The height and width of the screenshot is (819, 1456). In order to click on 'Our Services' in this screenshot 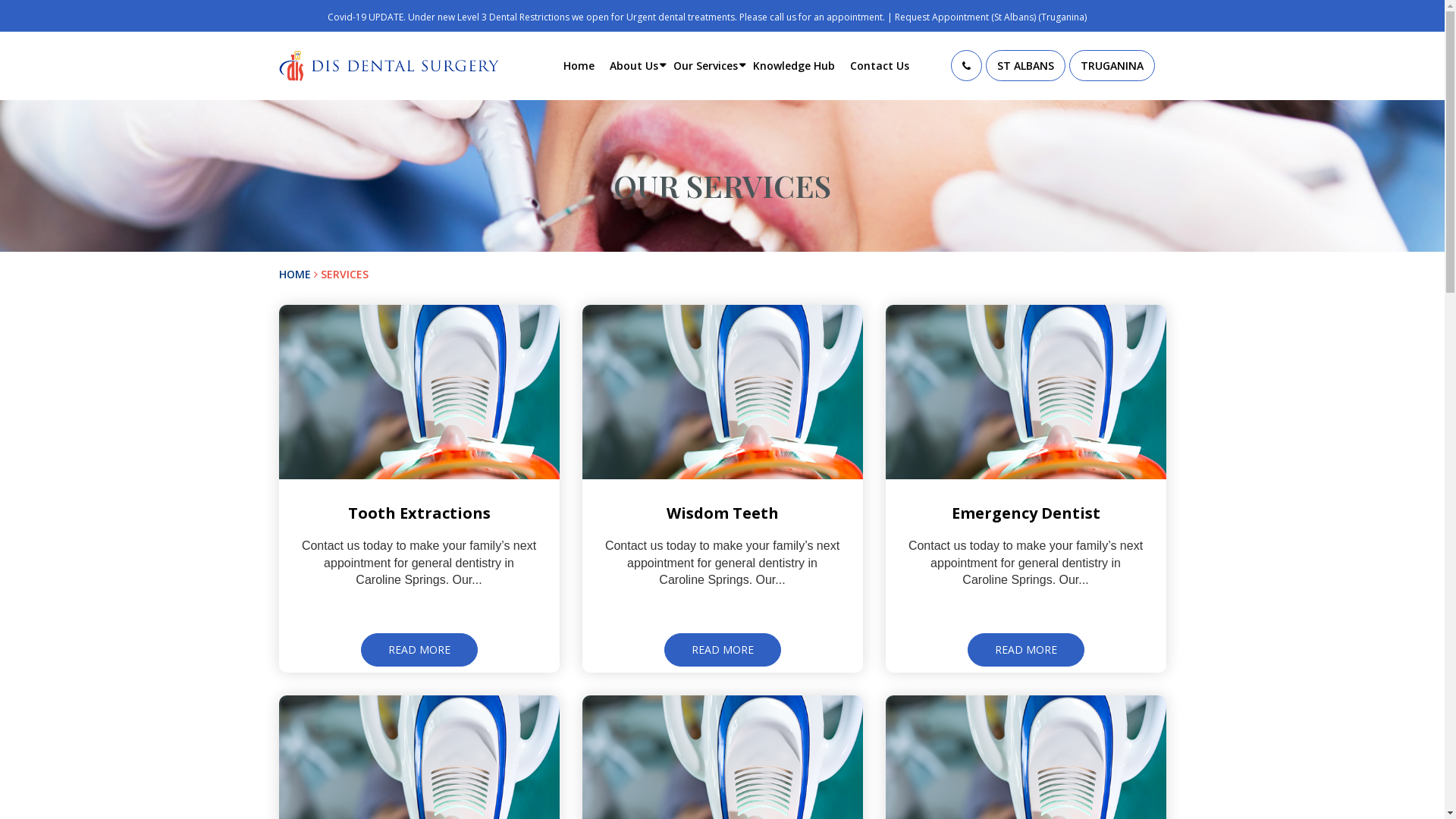, I will do `click(704, 64)`.